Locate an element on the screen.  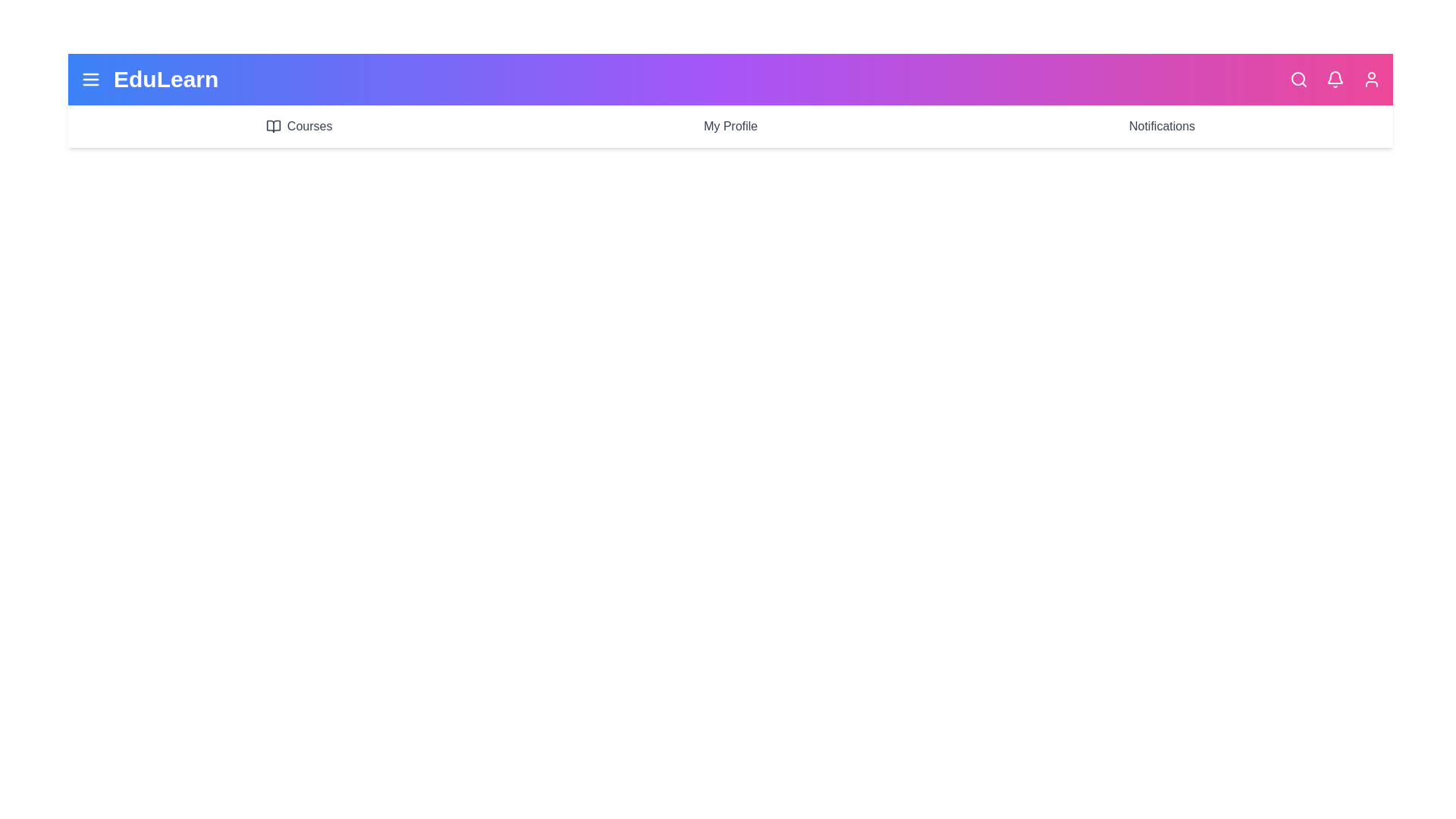
the user icon to access the user account details is located at coordinates (1372, 79).